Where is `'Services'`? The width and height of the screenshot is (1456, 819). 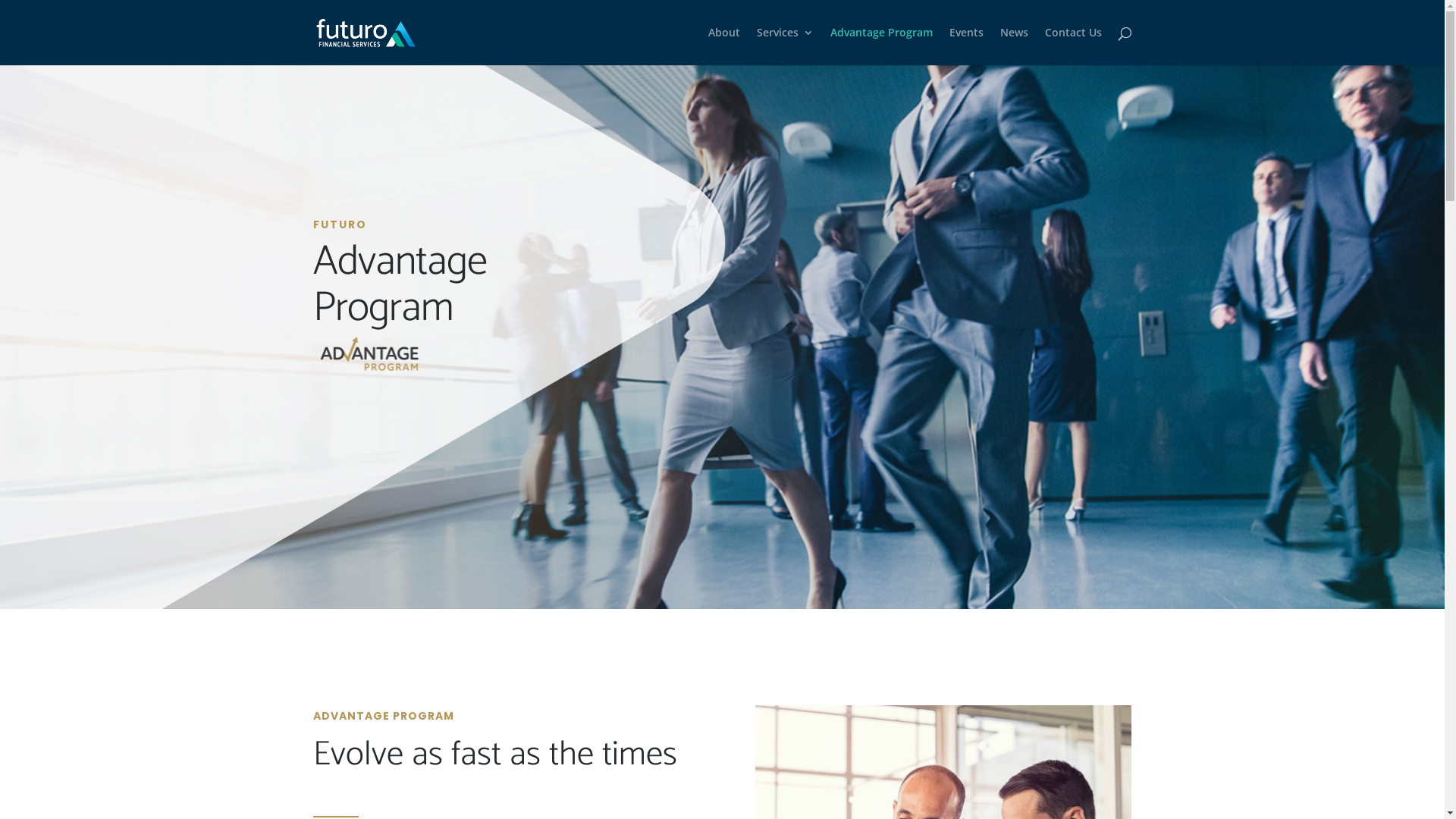 'Services' is located at coordinates (785, 45).